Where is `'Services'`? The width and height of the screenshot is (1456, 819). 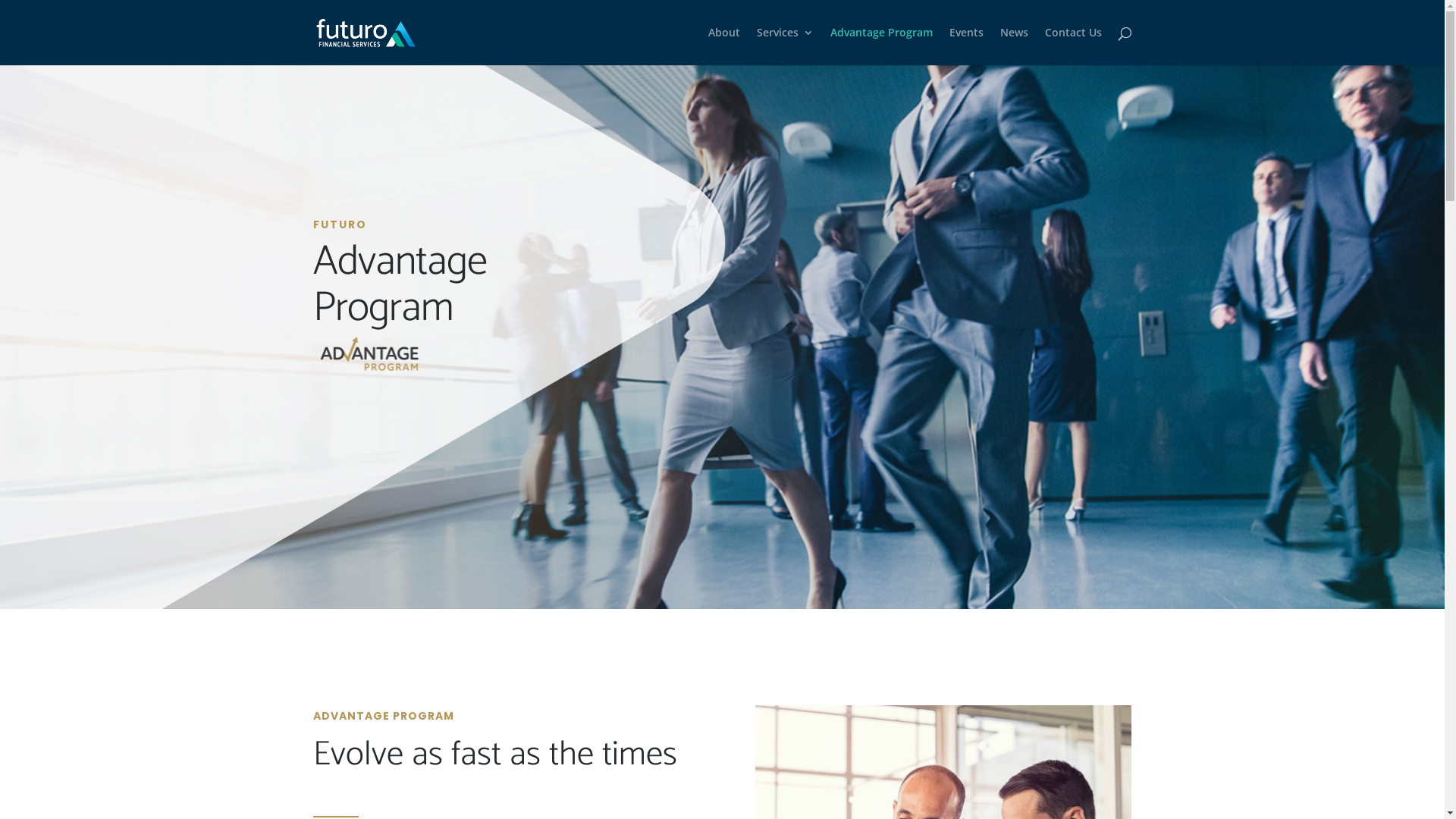 'Services' is located at coordinates (785, 45).